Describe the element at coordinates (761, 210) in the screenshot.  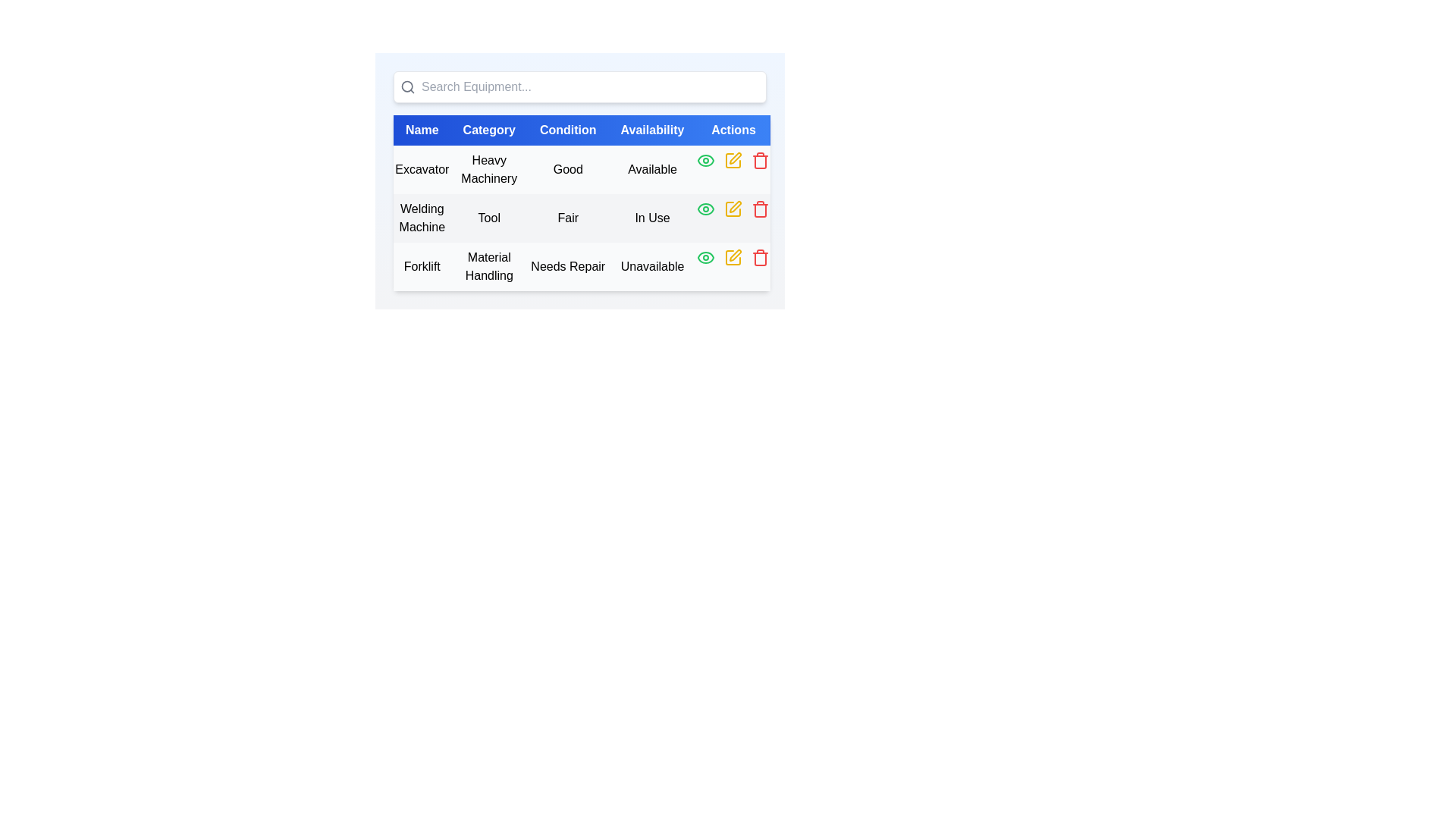
I see `the red trash bin icon representing the delete action in the 'Actions' column of the second row for the 'Welding Machine' entry` at that location.